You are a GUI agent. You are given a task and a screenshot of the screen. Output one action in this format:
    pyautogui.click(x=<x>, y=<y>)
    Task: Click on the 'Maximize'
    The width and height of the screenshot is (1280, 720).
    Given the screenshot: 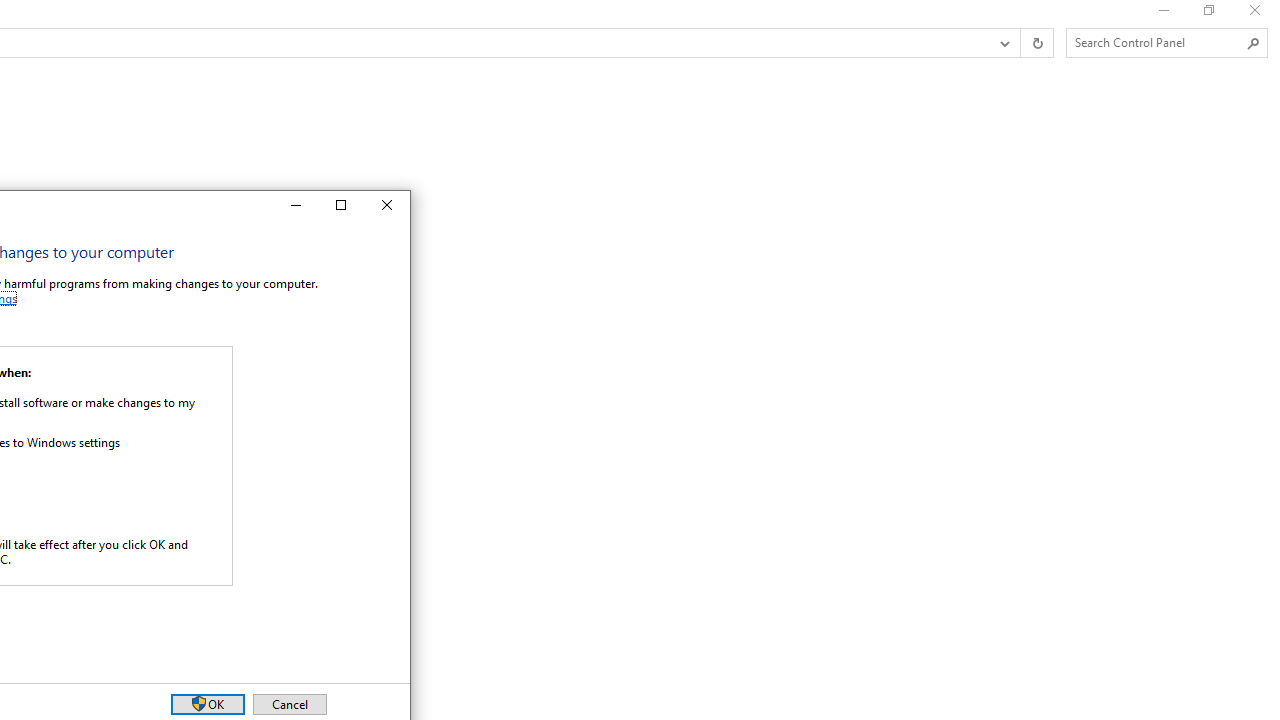 What is the action you would take?
    pyautogui.click(x=340, y=205)
    